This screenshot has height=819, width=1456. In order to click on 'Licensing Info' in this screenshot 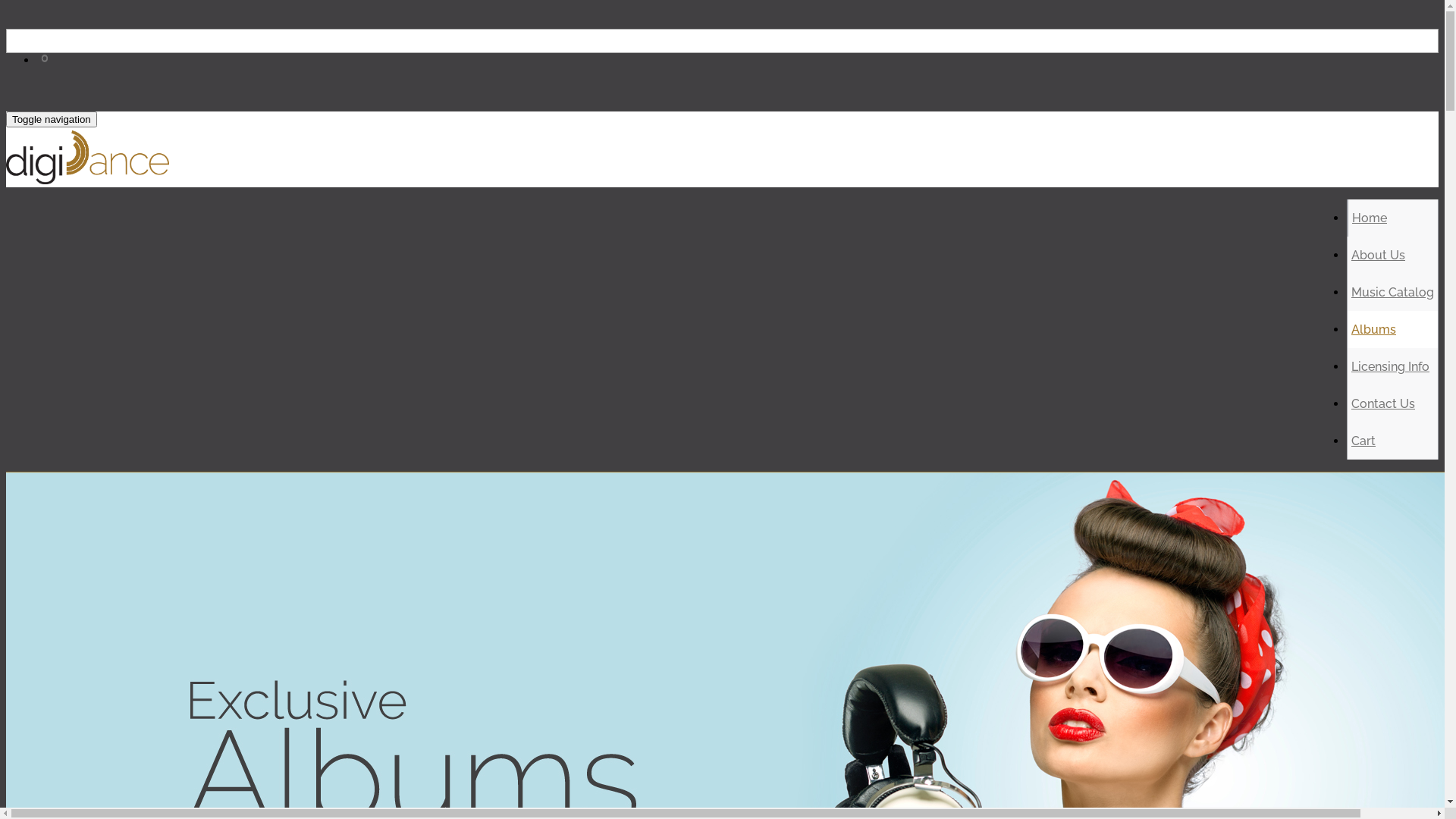, I will do `click(1390, 366)`.